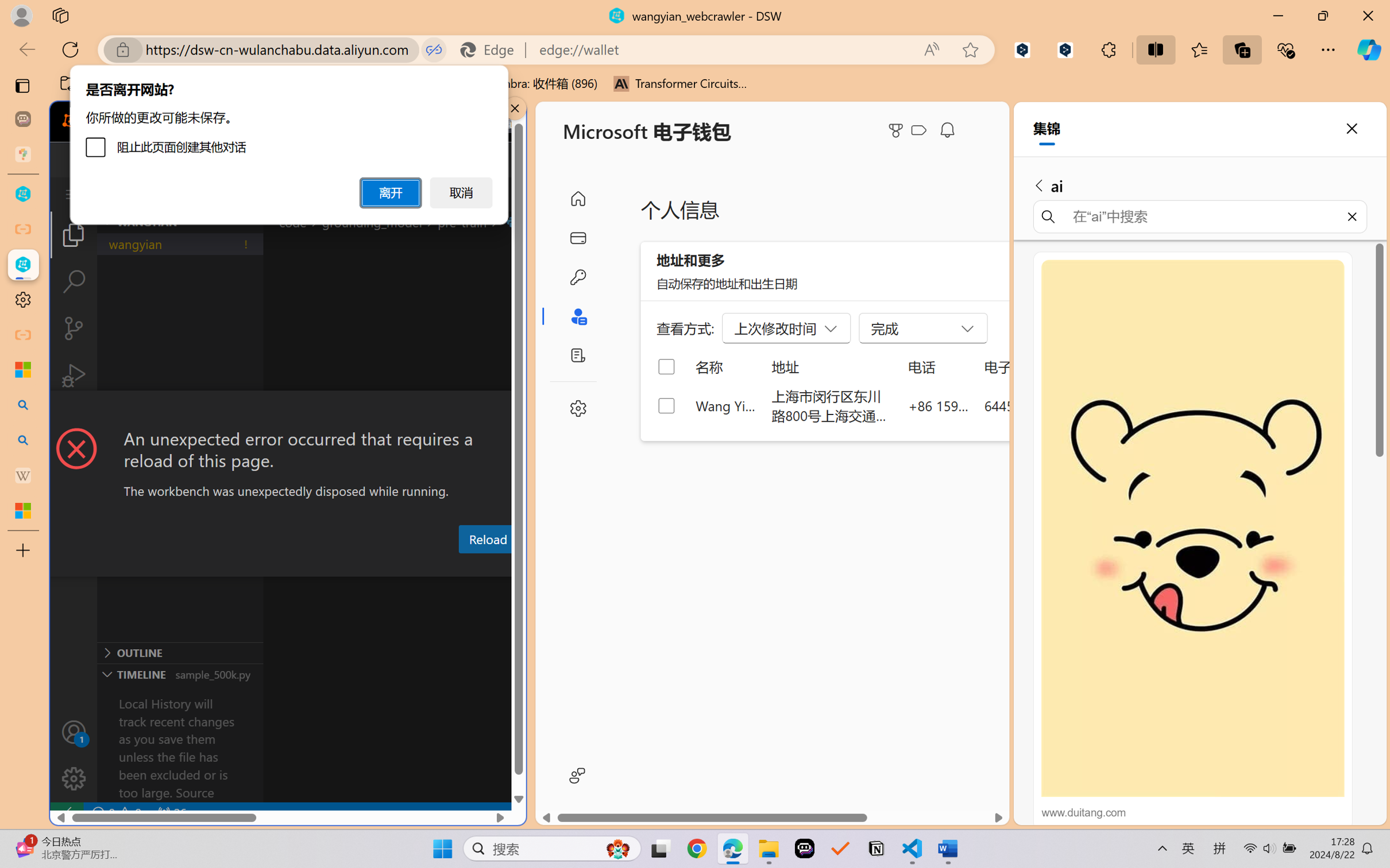 The image size is (1390, 868). Describe the element at coordinates (1044, 405) in the screenshot. I see `'644553698@qq.com'` at that location.